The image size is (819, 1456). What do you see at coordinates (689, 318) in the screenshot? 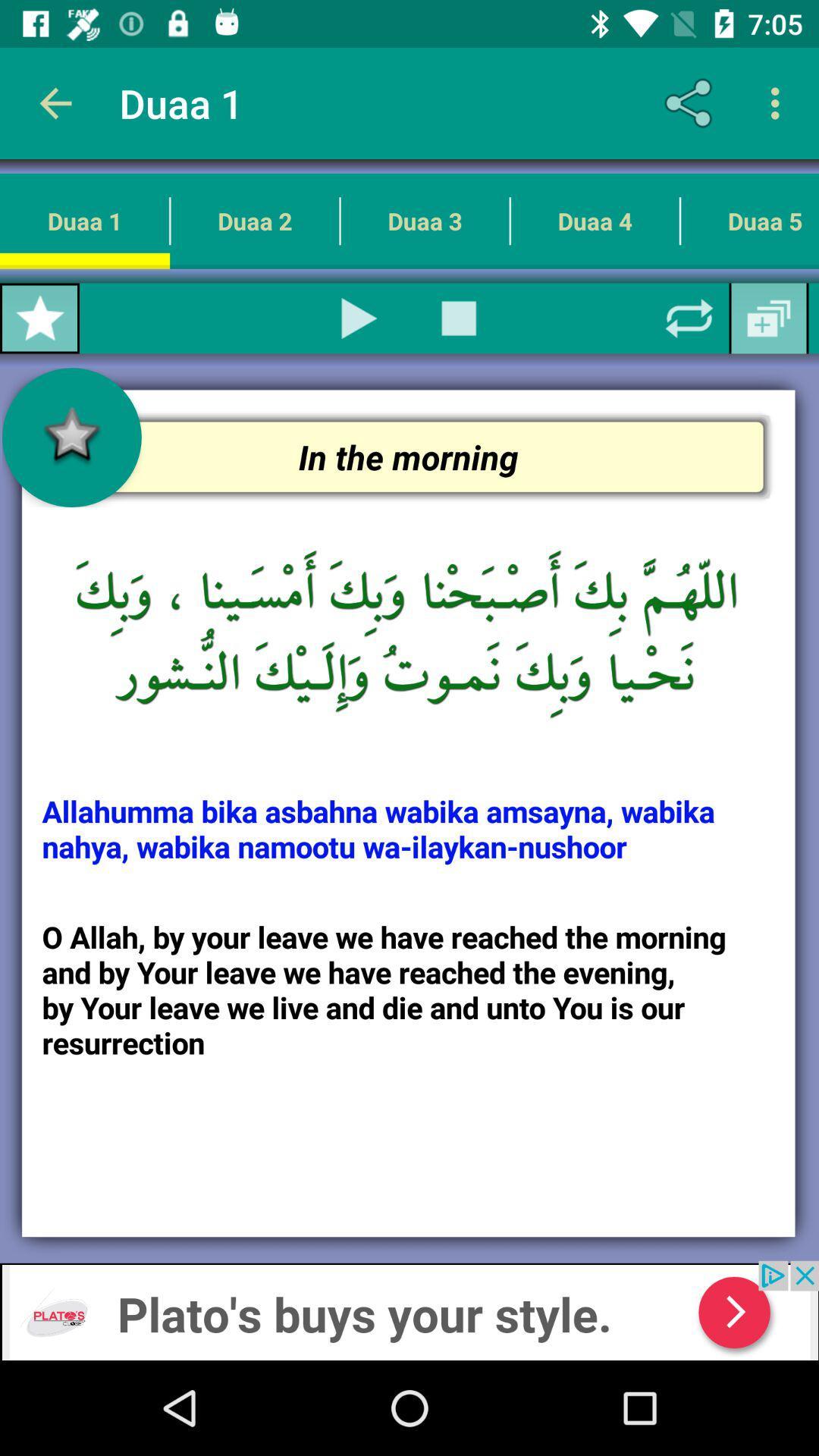
I see `the repeat icon` at bounding box center [689, 318].